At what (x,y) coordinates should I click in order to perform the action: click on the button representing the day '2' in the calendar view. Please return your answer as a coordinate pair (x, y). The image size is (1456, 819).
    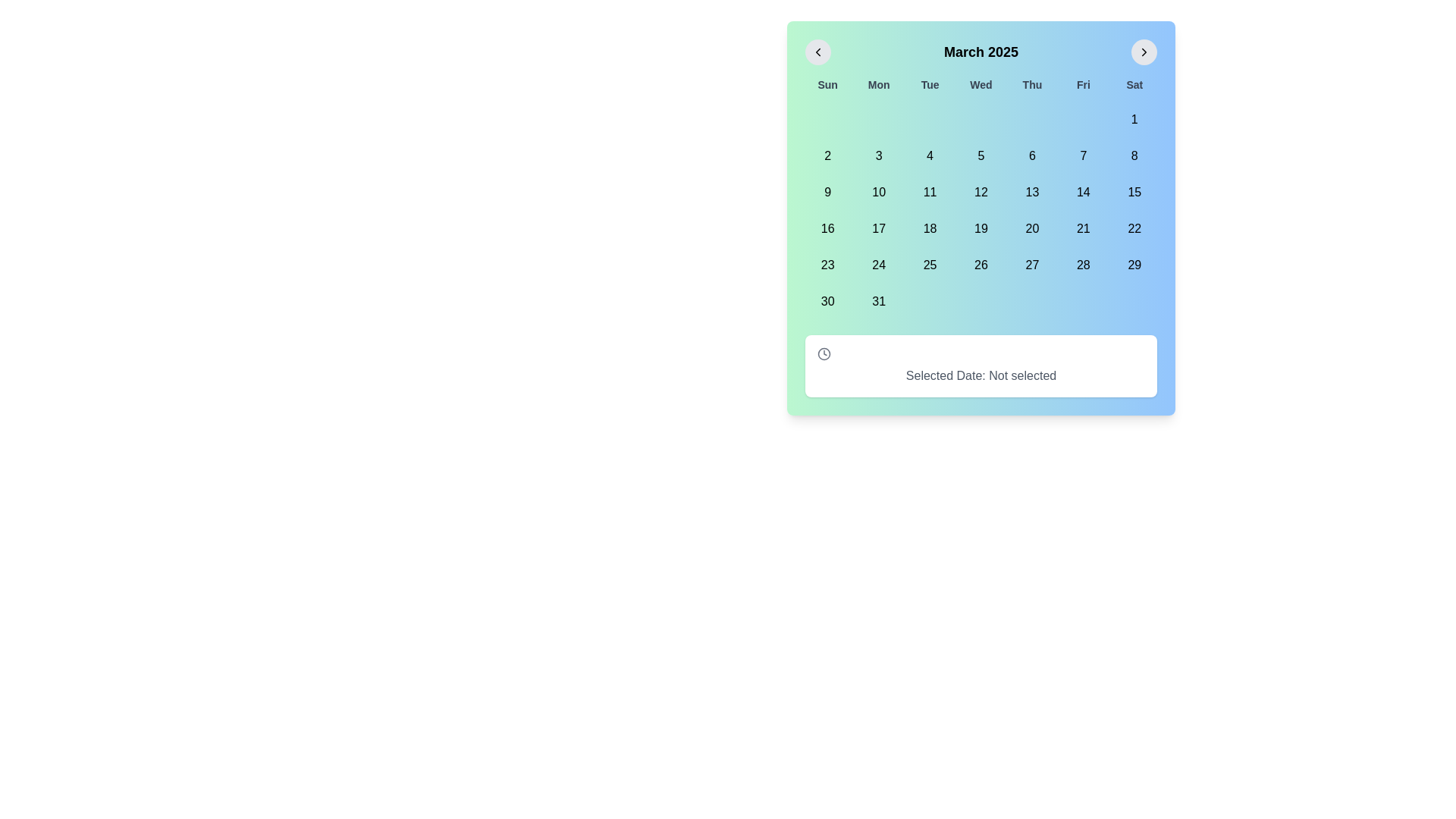
    Looking at the image, I should click on (827, 155).